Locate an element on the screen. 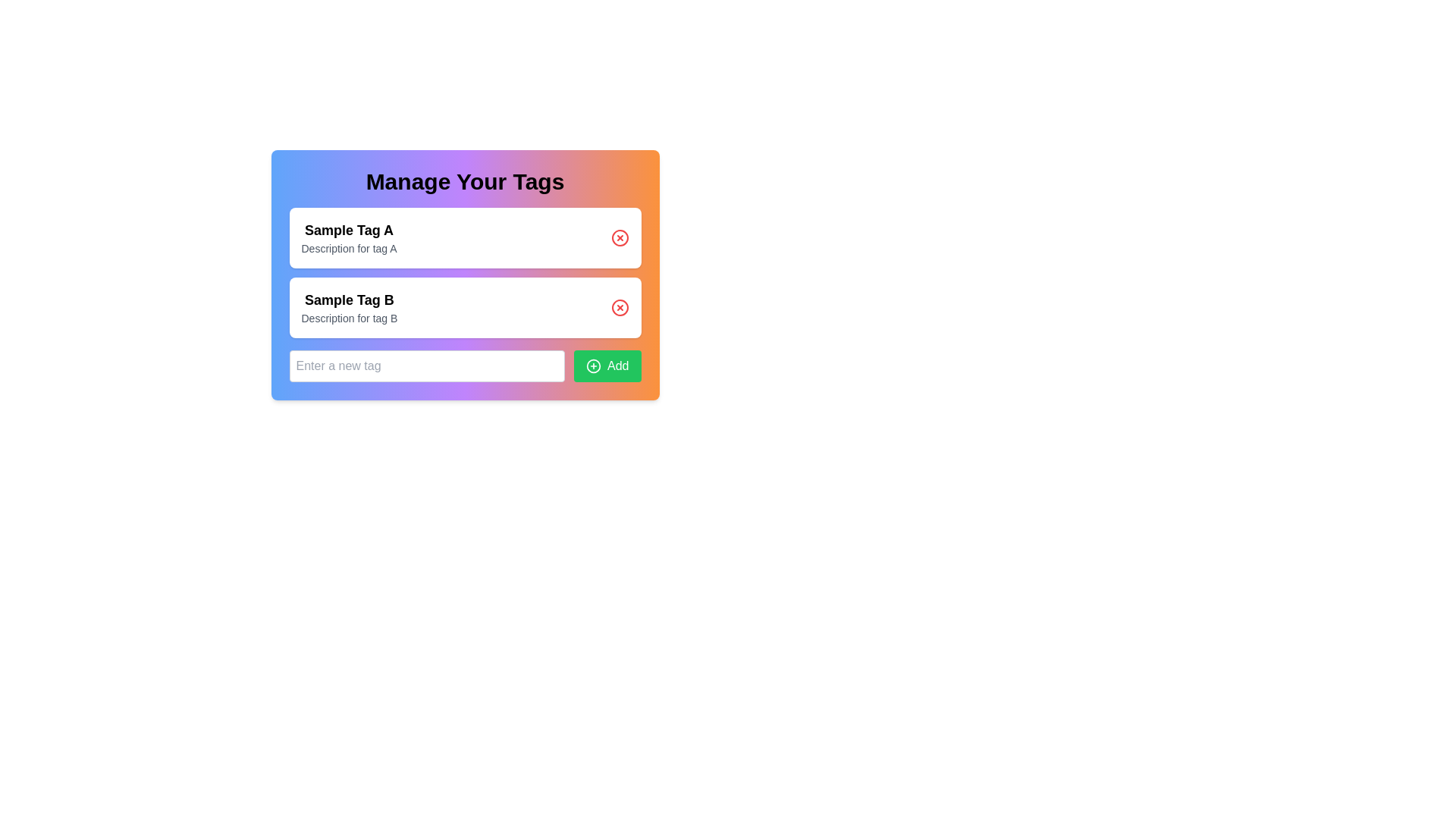 Image resolution: width=1456 pixels, height=819 pixels. the Text block labeled 'Sample Tag A' which includes its description, as it is the first entry in the list under 'Manage Your Tags' is located at coordinates (348, 237).